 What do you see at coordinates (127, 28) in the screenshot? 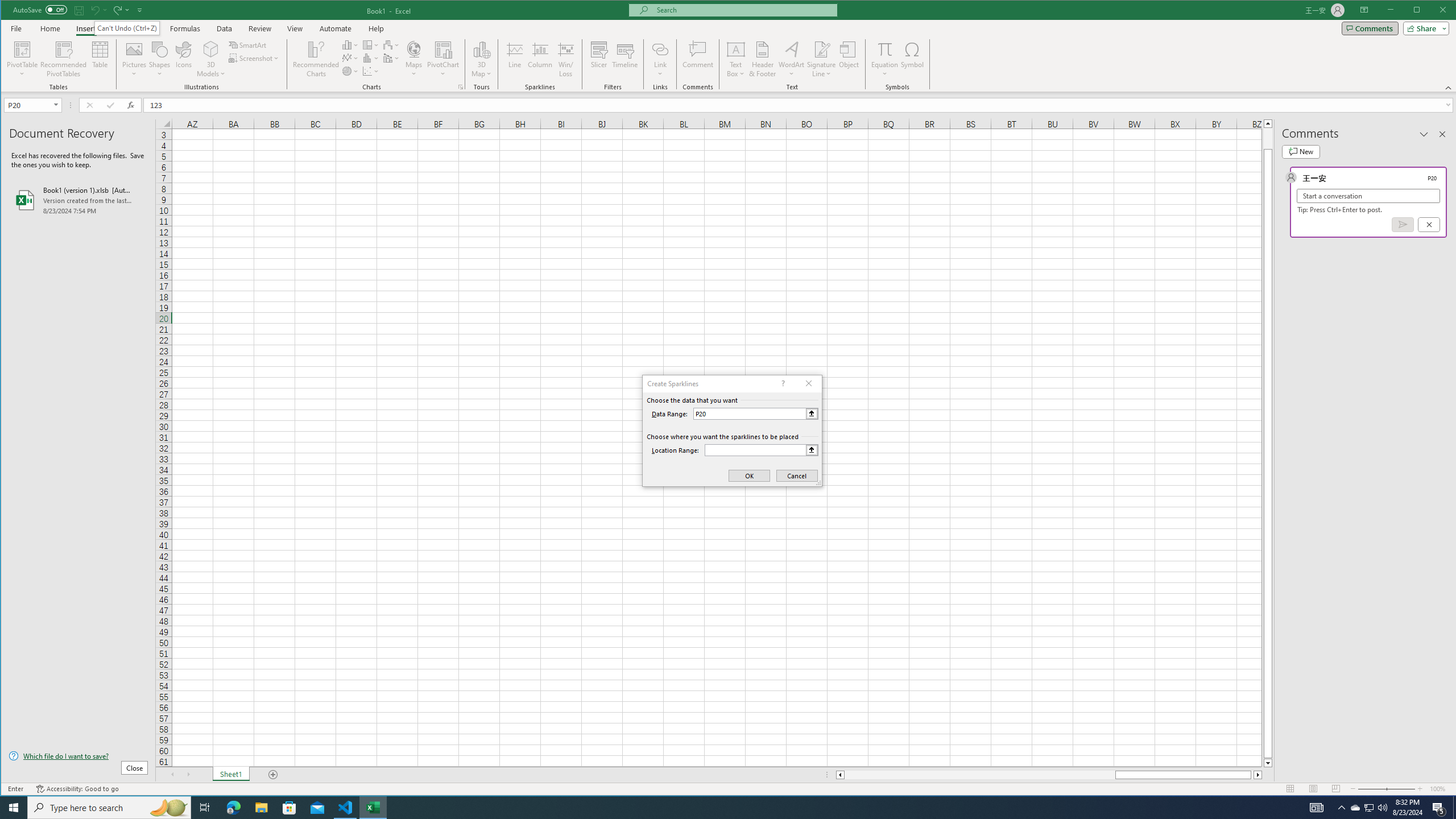
I see `'Can'` at bounding box center [127, 28].